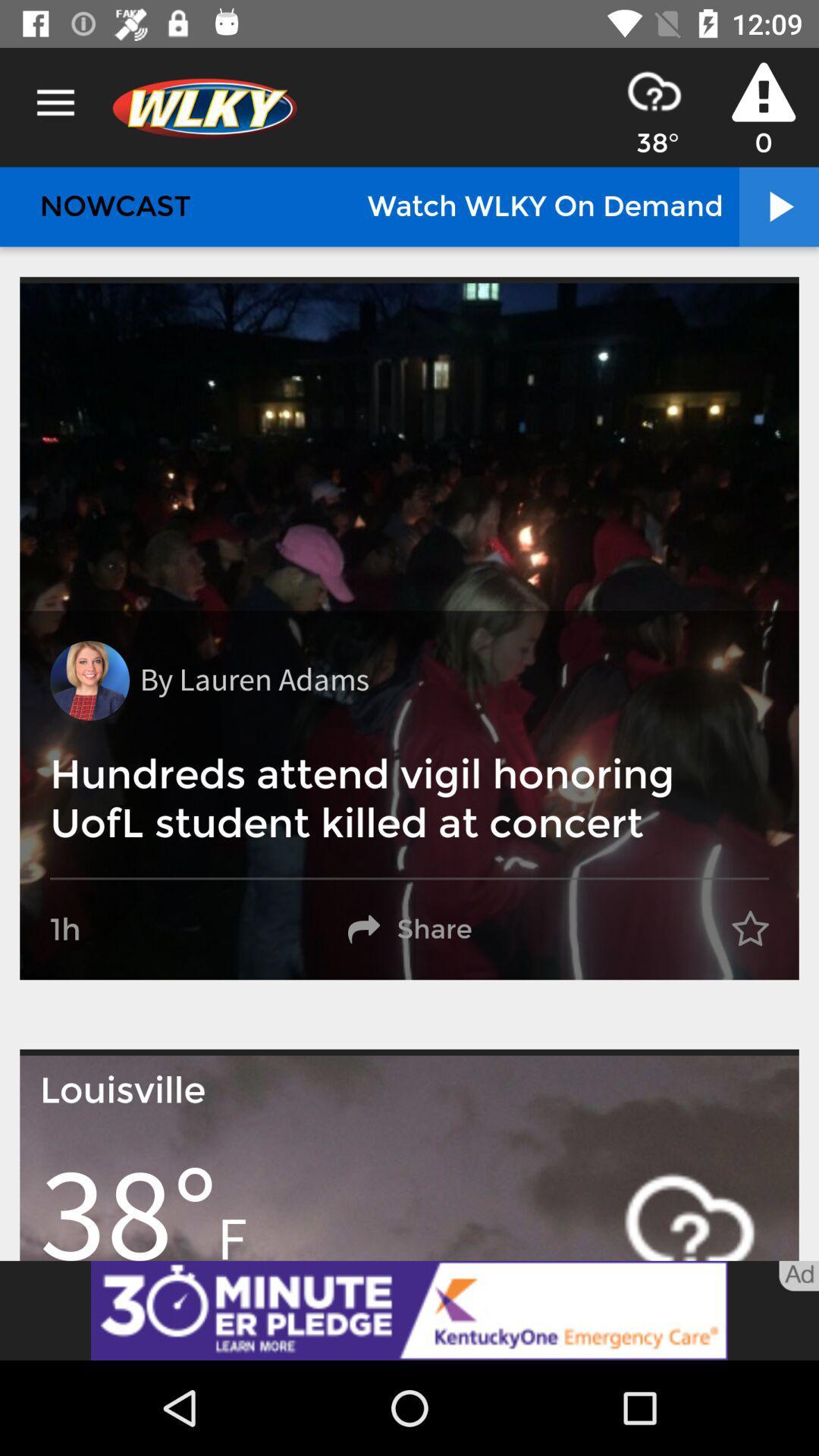 The height and width of the screenshot is (1456, 819). Describe the element at coordinates (409, 1310) in the screenshot. I see `advertisement` at that location.